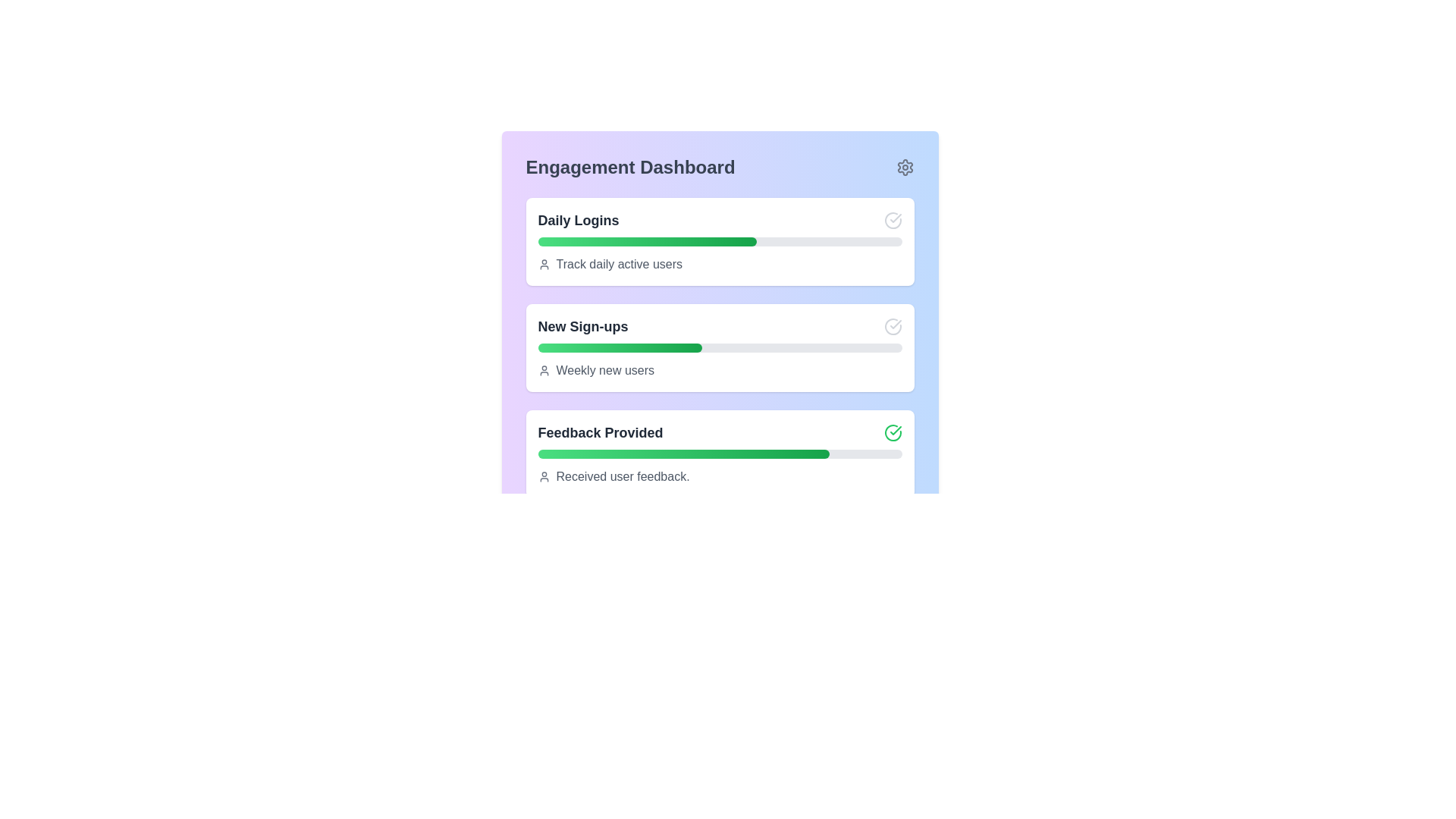 Image resolution: width=1456 pixels, height=819 pixels. Describe the element at coordinates (544, 263) in the screenshot. I see `the small gray user icon, which is a simplistic silhouette of a person, located to the left of the text 'Track daily active users' in the 'Daily Logins' card` at that location.